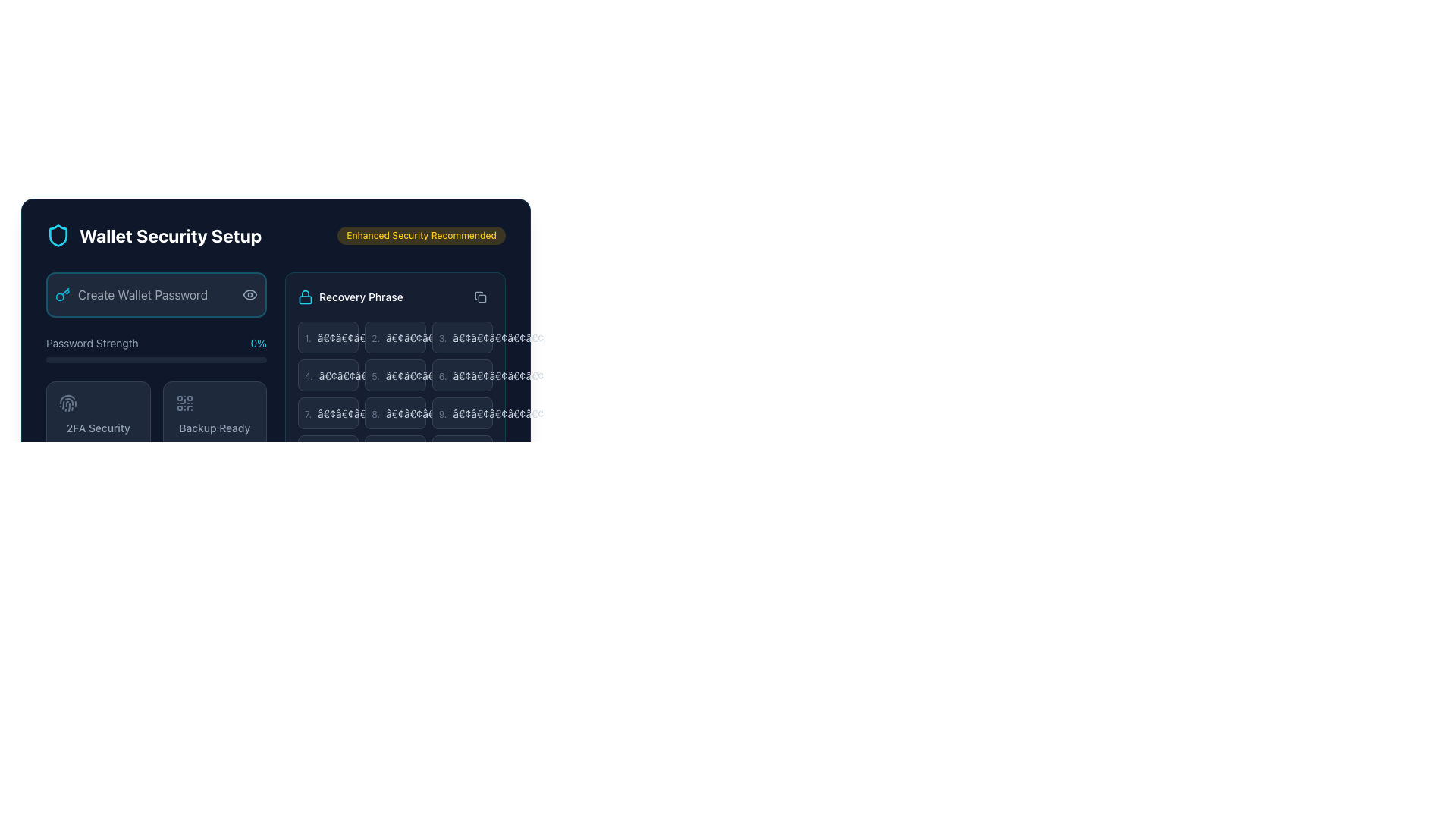 The height and width of the screenshot is (819, 1456). Describe the element at coordinates (431, 413) in the screenshot. I see `the text display element in the second row, third column of the grid layout labeled 'Recovery Phrase', which serves as a placeholder for sensitive information` at that location.